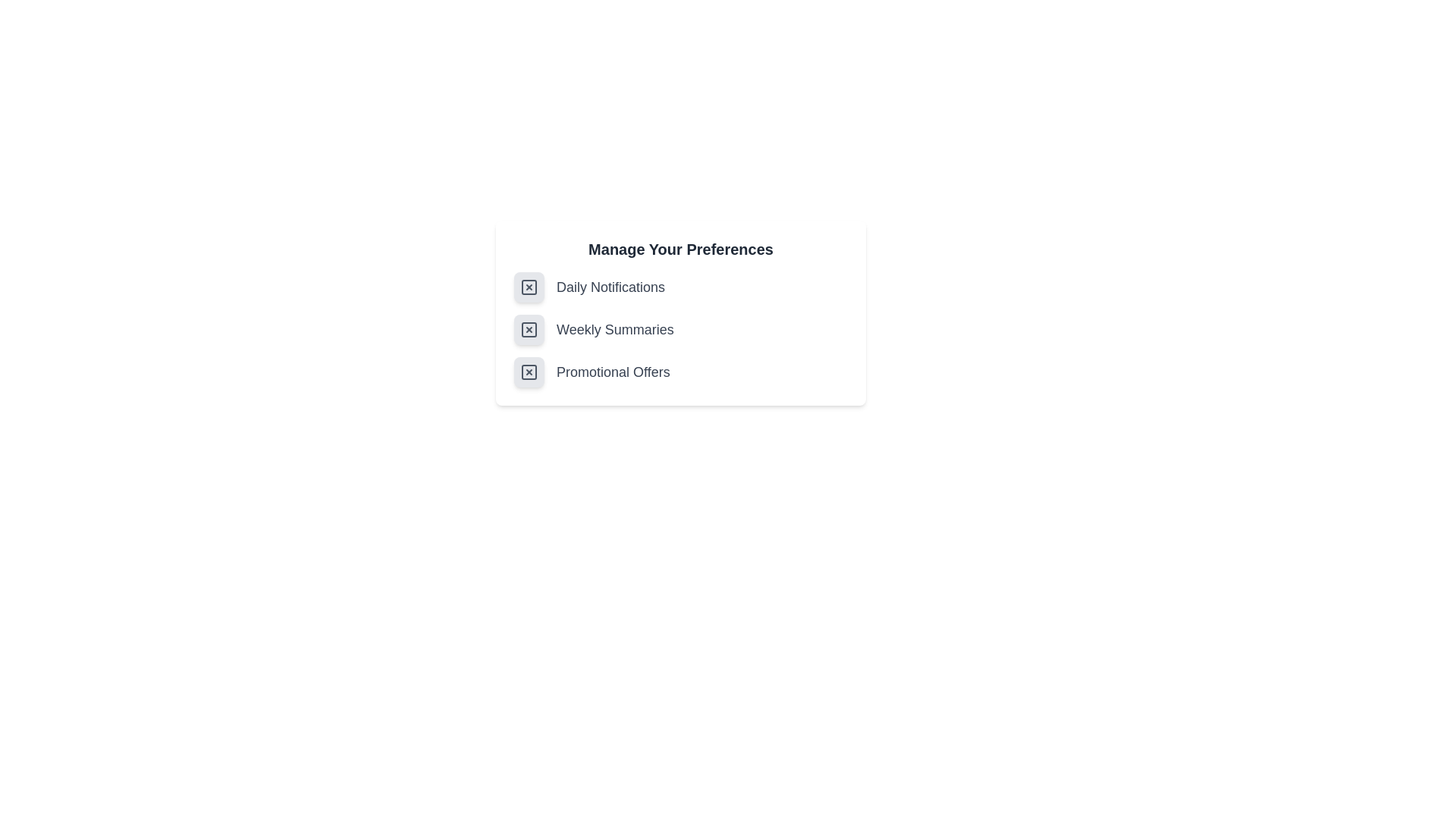 The width and height of the screenshot is (1456, 819). What do you see at coordinates (679, 329) in the screenshot?
I see `the checkbox in the 'Manage Your Preferences' panel` at bounding box center [679, 329].